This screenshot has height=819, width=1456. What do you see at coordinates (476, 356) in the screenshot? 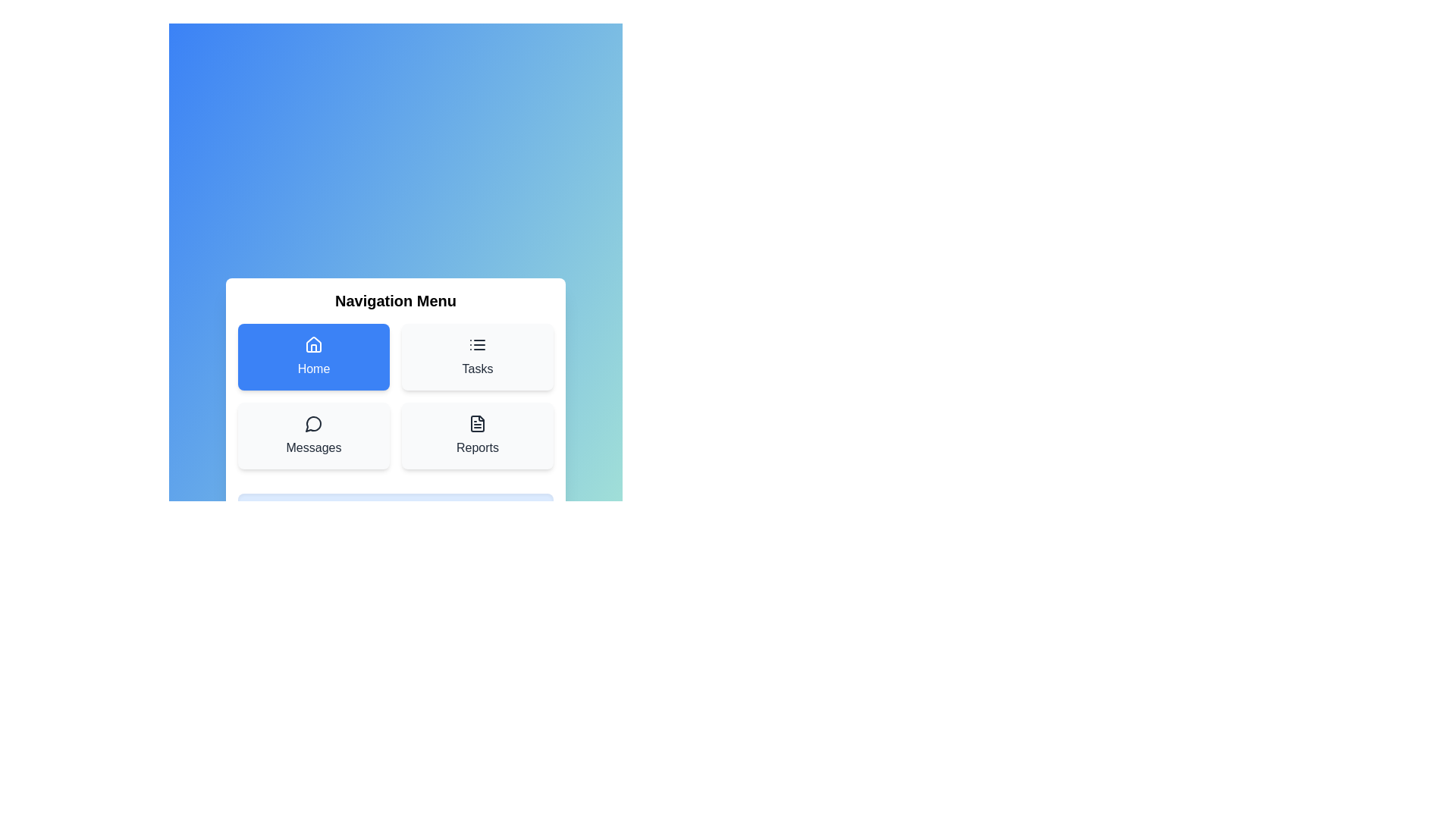
I see `the menu item Tasks to display its details` at bounding box center [476, 356].